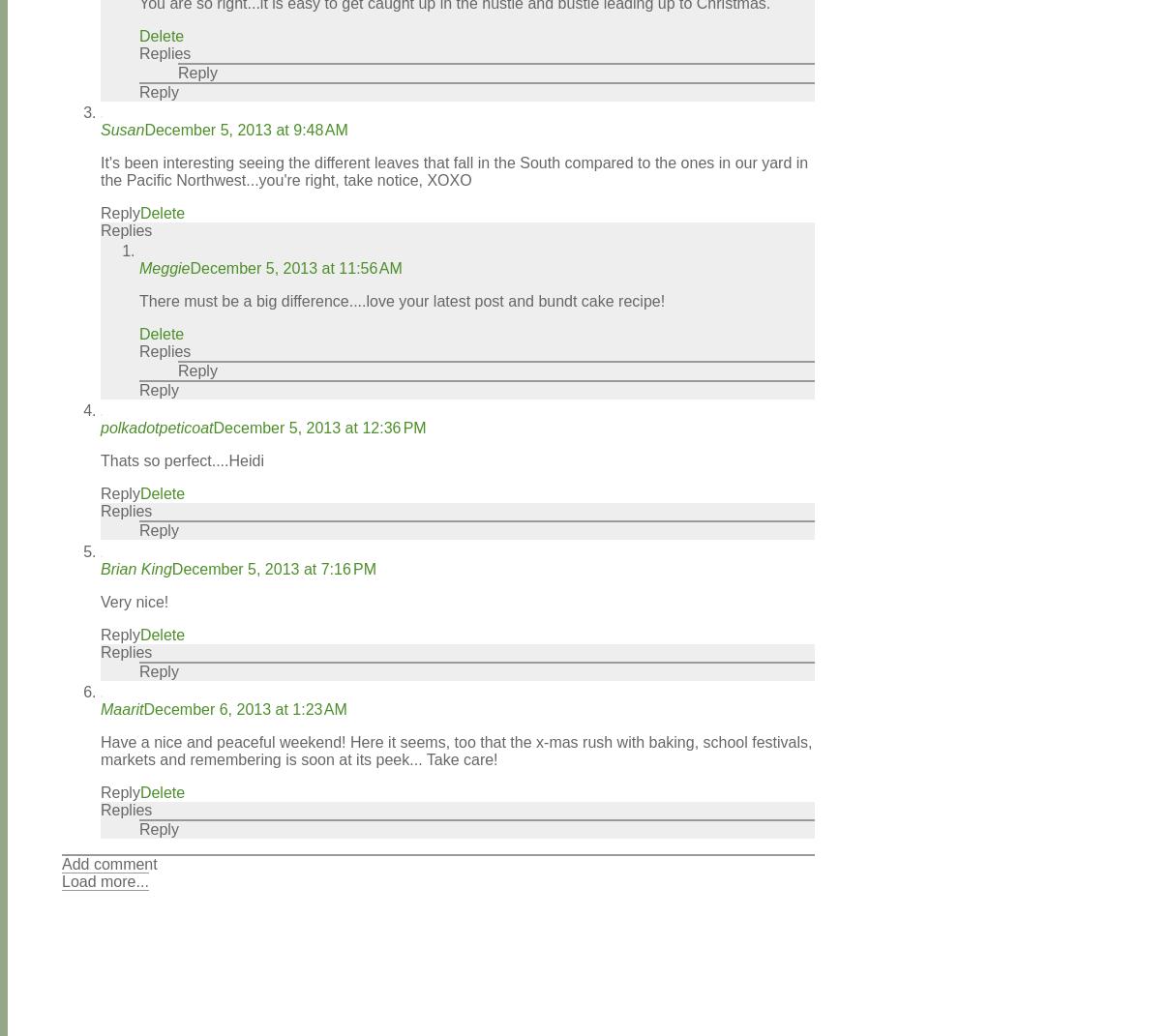 Image resolution: width=1169 pixels, height=1036 pixels. What do you see at coordinates (137, 268) in the screenshot?
I see `'Meggie'` at bounding box center [137, 268].